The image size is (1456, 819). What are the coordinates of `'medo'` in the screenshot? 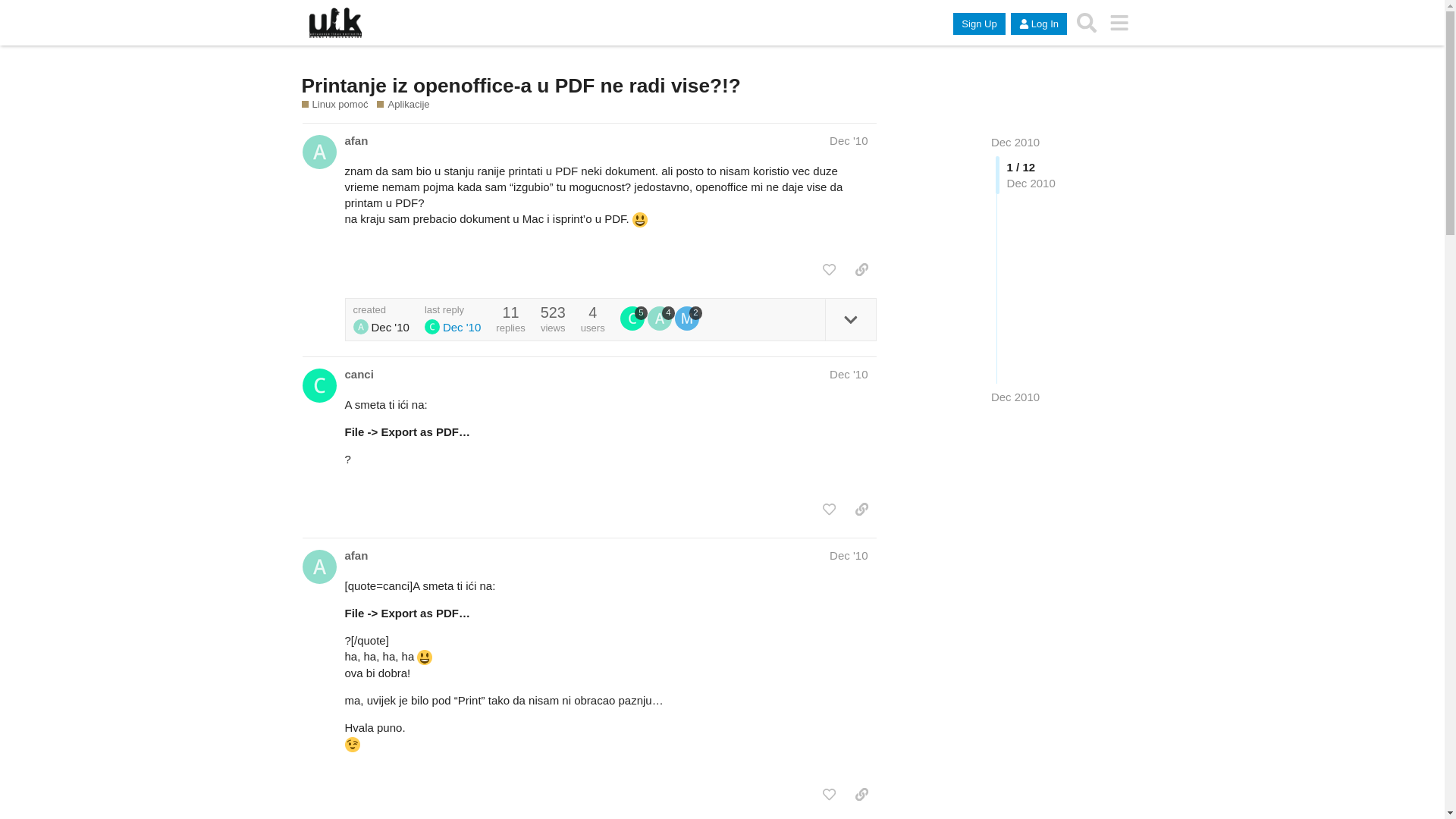 It's located at (686, 318).